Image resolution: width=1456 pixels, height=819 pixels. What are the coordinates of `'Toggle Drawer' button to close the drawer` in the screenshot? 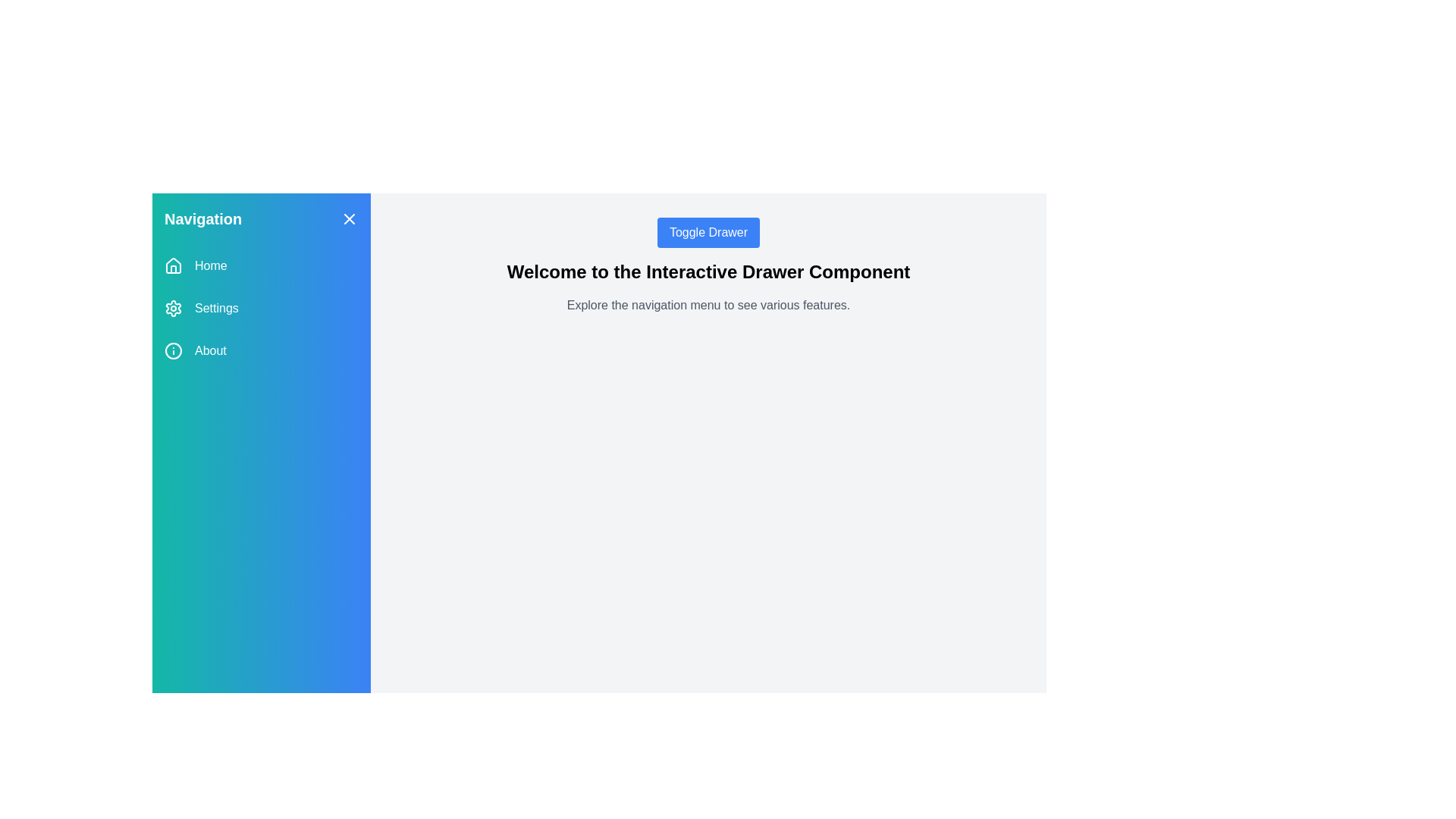 It's located at (708, 233).